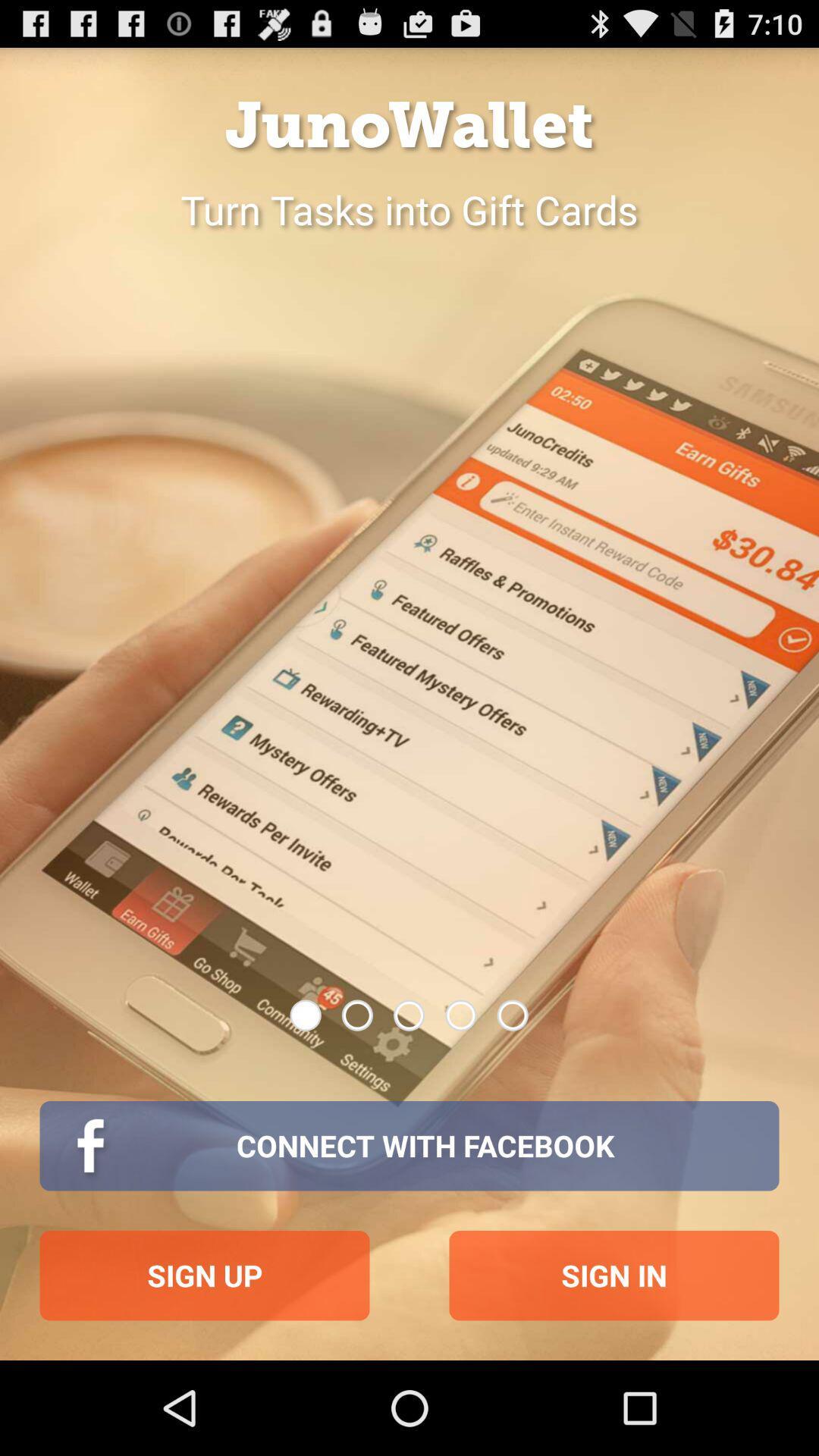 The width and height of the screenshot is (819, 1456). I want to click on the sign in at the bottom right corner, so click(614, 1275).